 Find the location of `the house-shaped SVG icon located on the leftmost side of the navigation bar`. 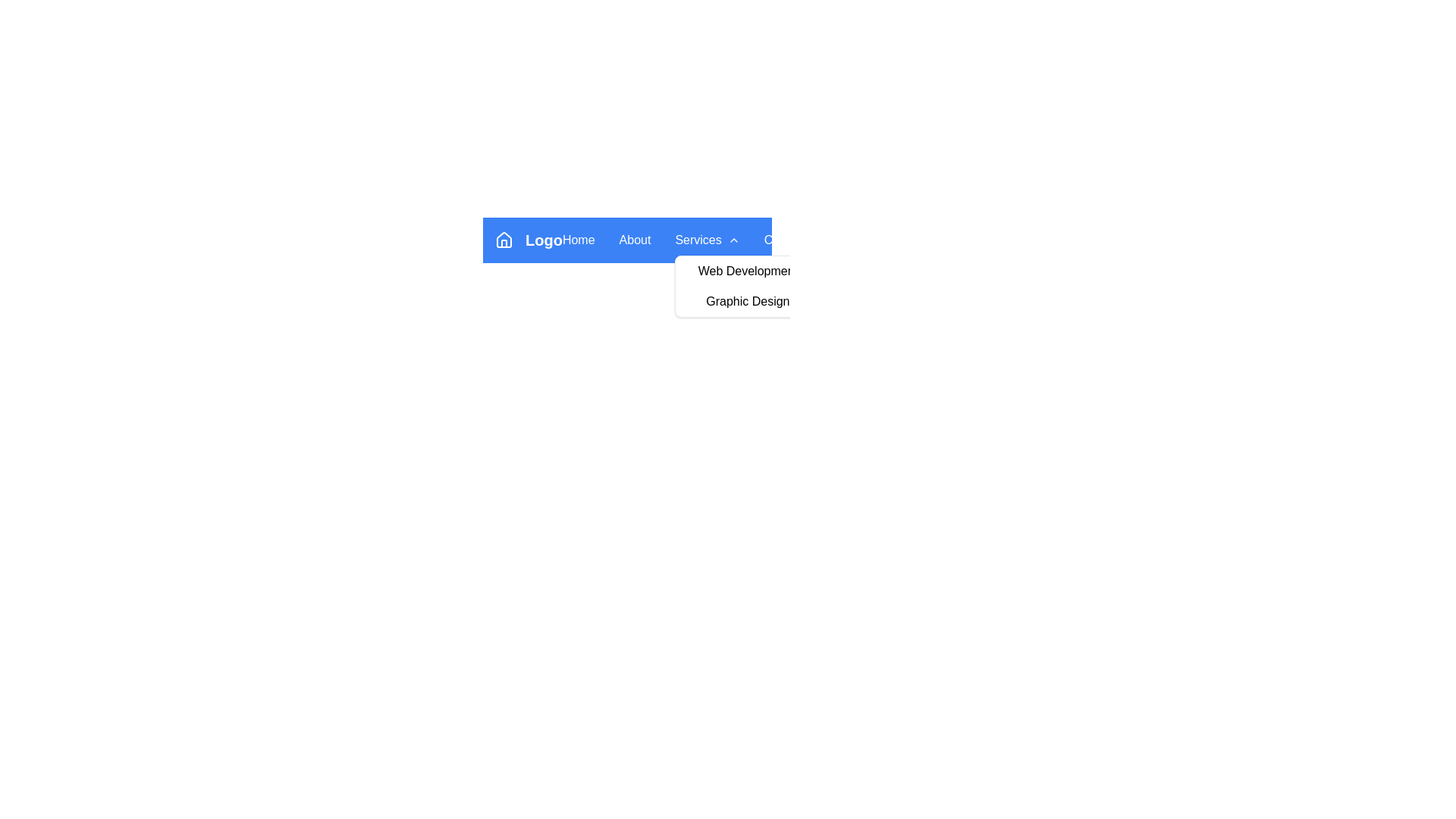

the house-shaped SVG icon located on the leftmost side of the navigation bar is located at coordinates (504, 239).